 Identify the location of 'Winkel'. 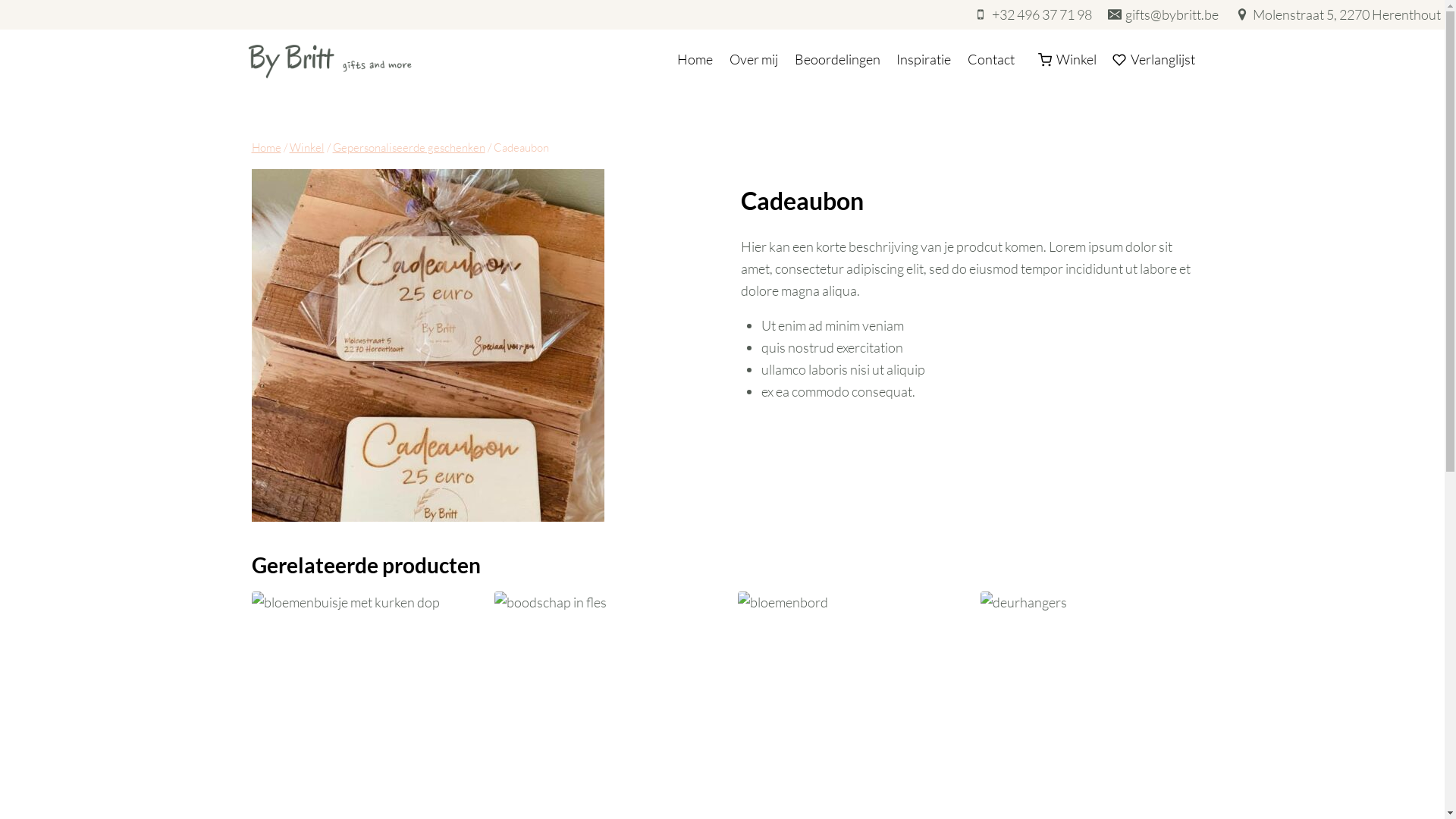
(290, 147).